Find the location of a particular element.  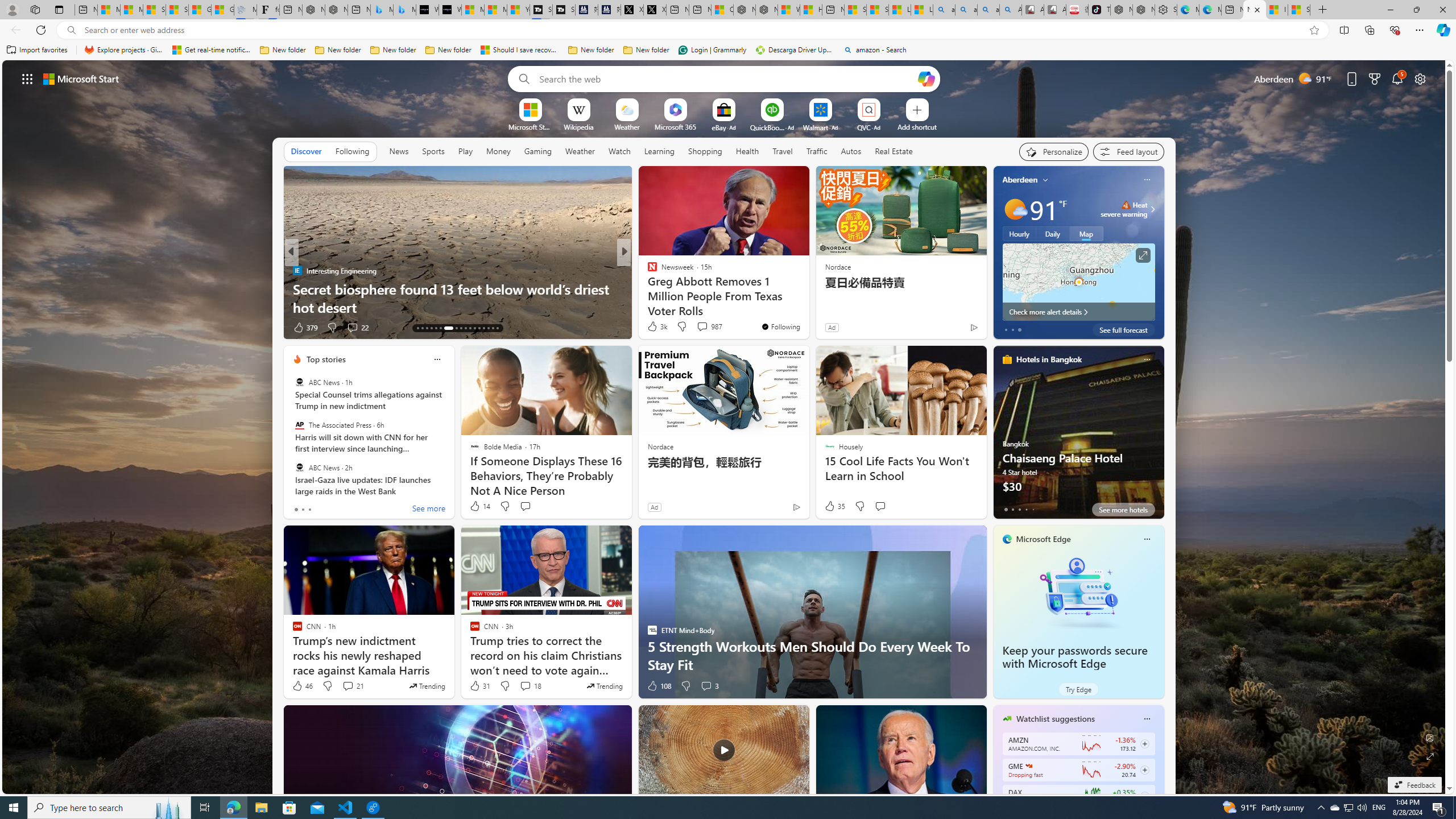

'View comments 174 Comment' is located at coordinates (702, 326).